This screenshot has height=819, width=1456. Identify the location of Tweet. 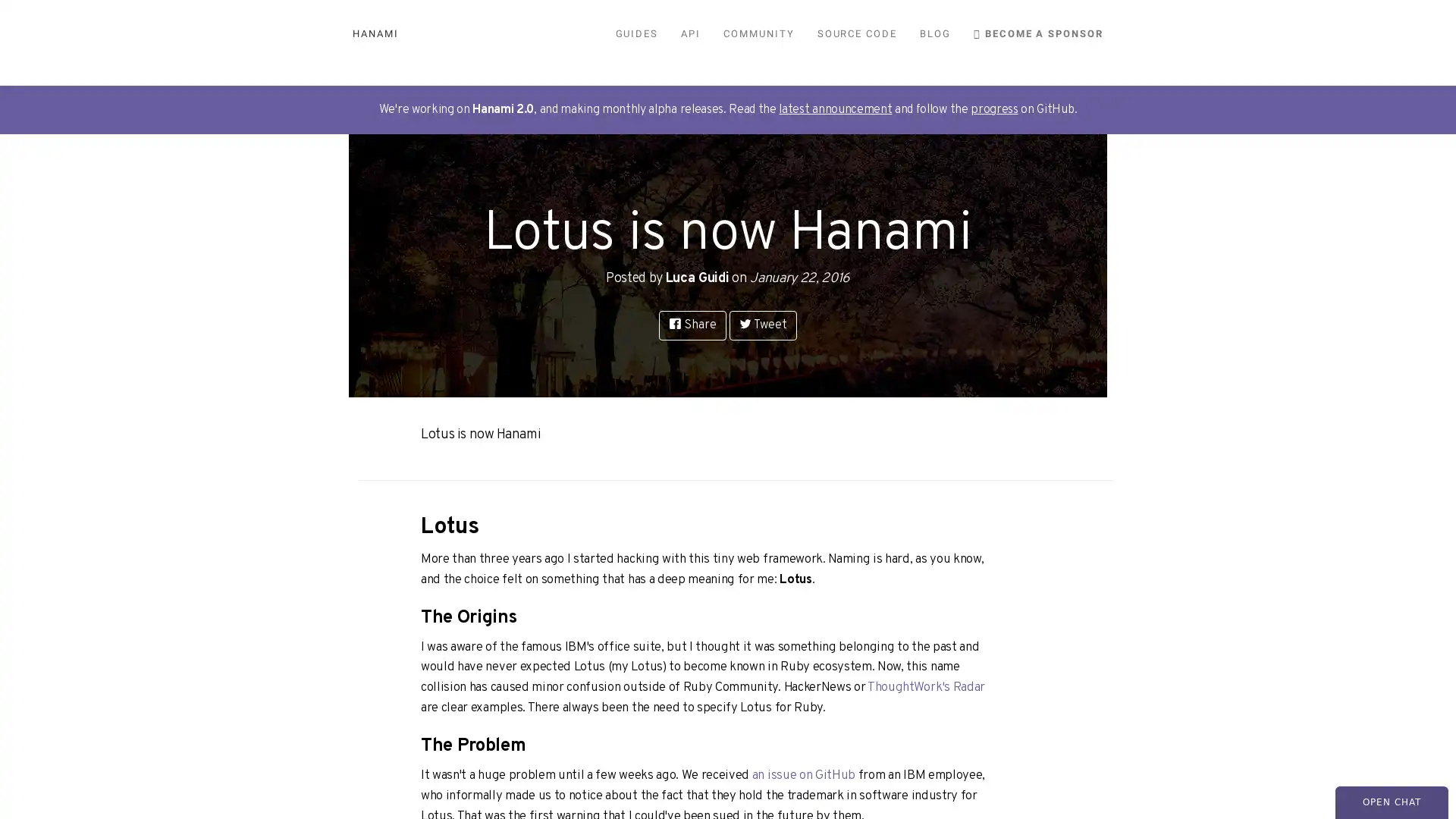
(762, 324).